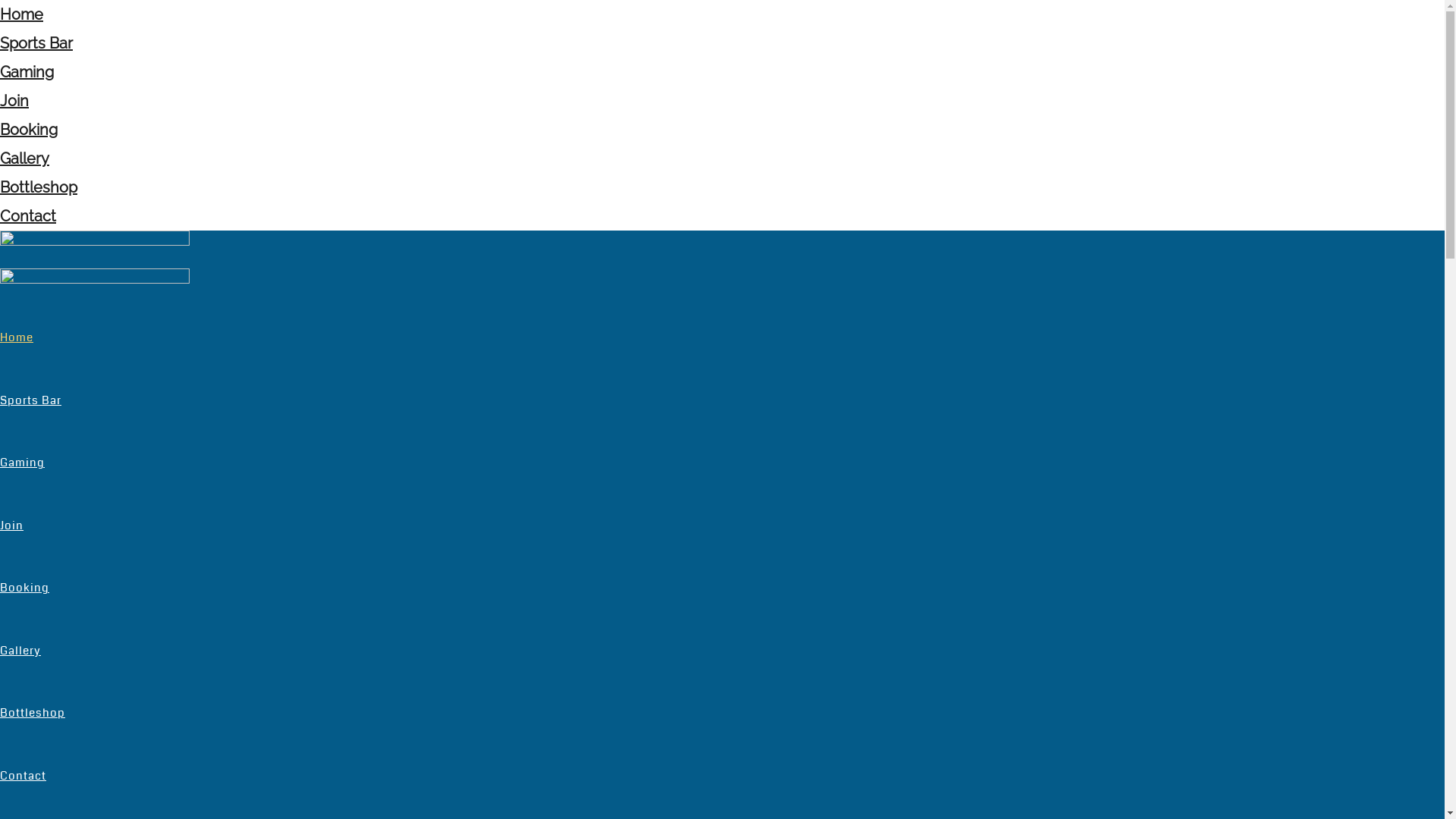 The width and height of the screenshot is (1456, 819). Describe the element at coordinates (24, 158) in the screenshot. I see `'Gallery'` at that location.